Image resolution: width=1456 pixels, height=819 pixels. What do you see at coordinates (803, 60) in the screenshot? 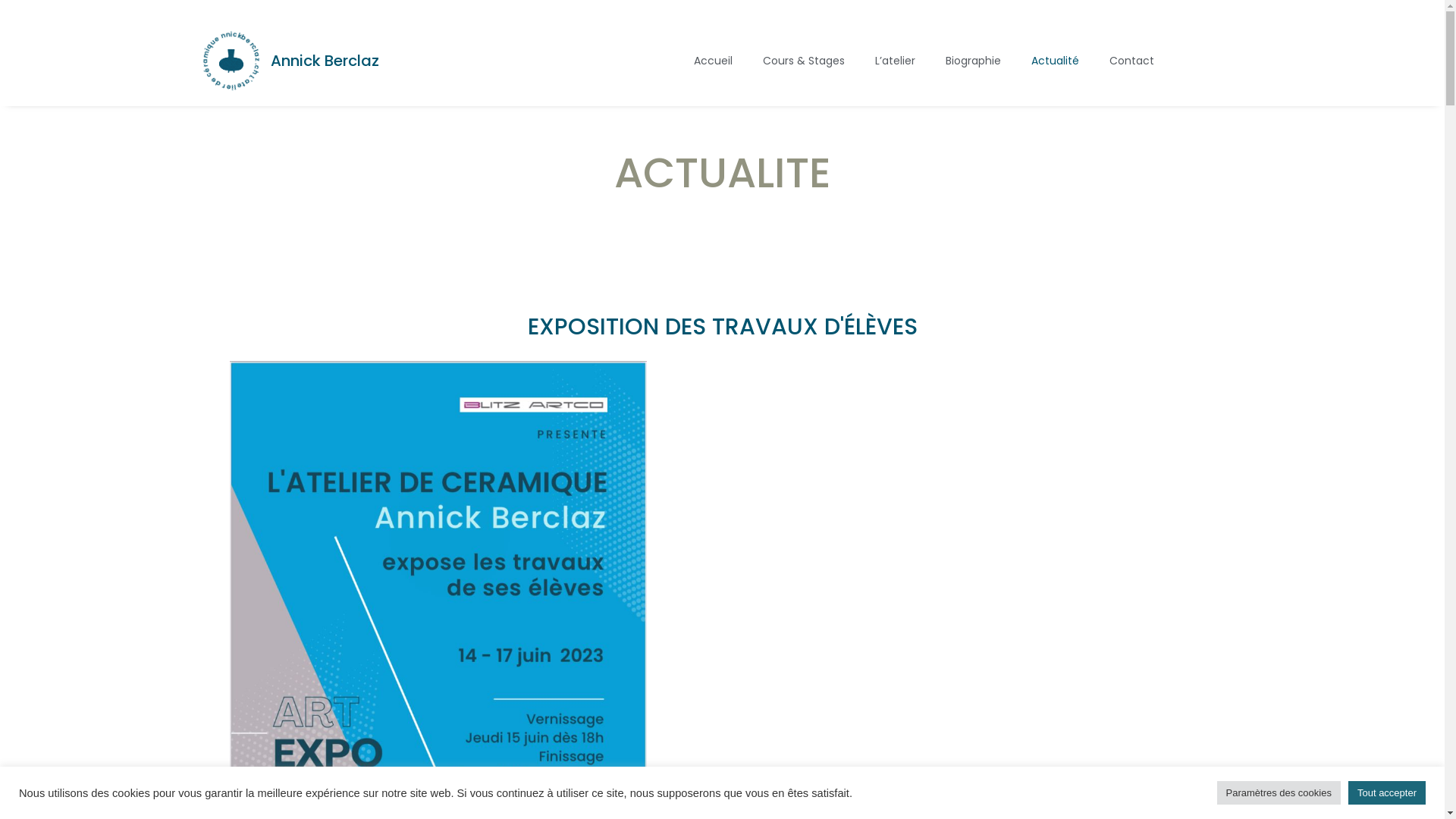
I see `'Cours & Stages'` at bounding box center [803, 60].